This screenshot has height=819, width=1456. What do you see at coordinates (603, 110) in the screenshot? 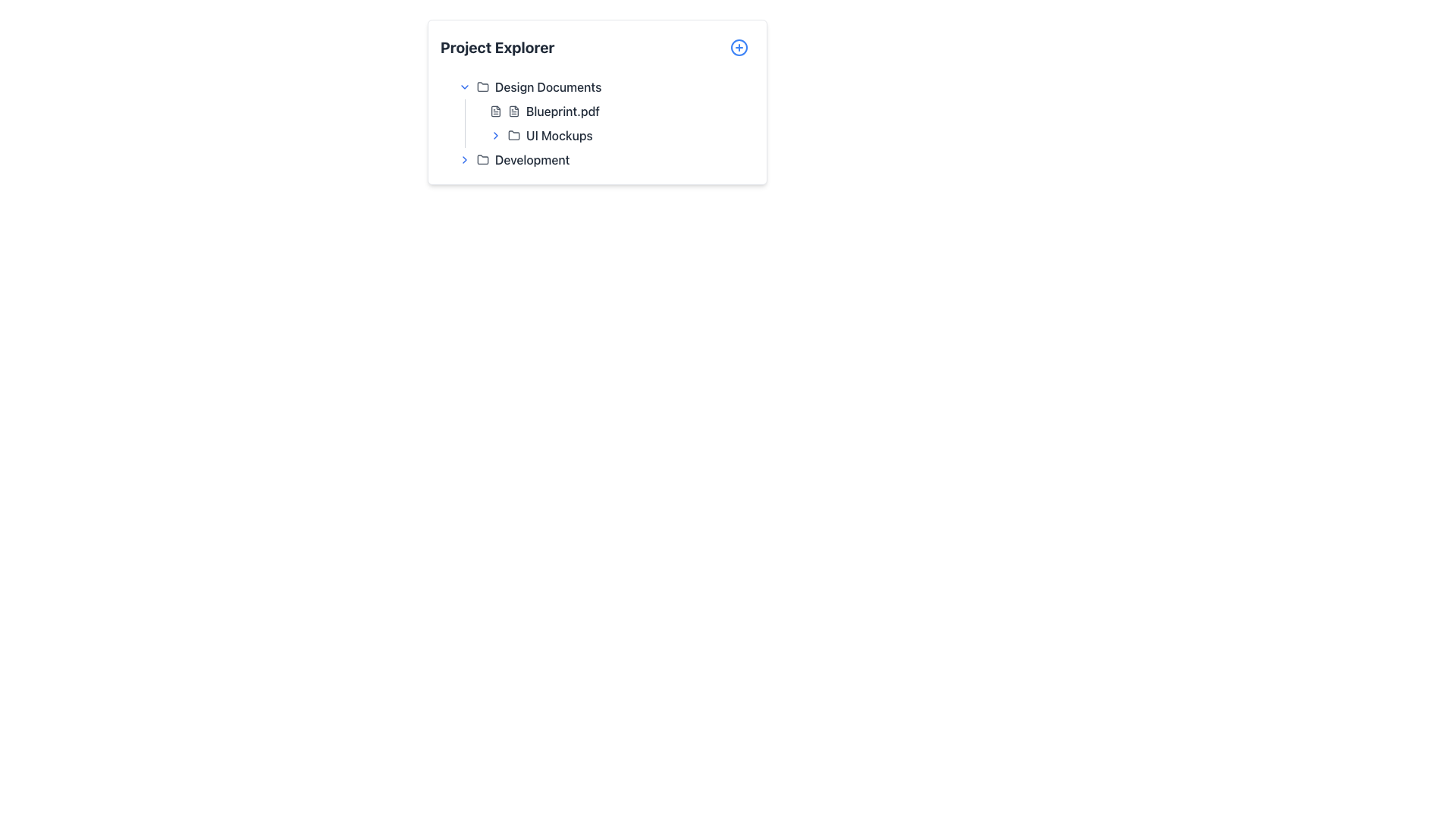
I see `the second list item under the 'Design Documents' folder, which contains nested contents for 'Blueprint.pdf' and 'UI Mockups', using the mouse` at bounding box center [603, 110].